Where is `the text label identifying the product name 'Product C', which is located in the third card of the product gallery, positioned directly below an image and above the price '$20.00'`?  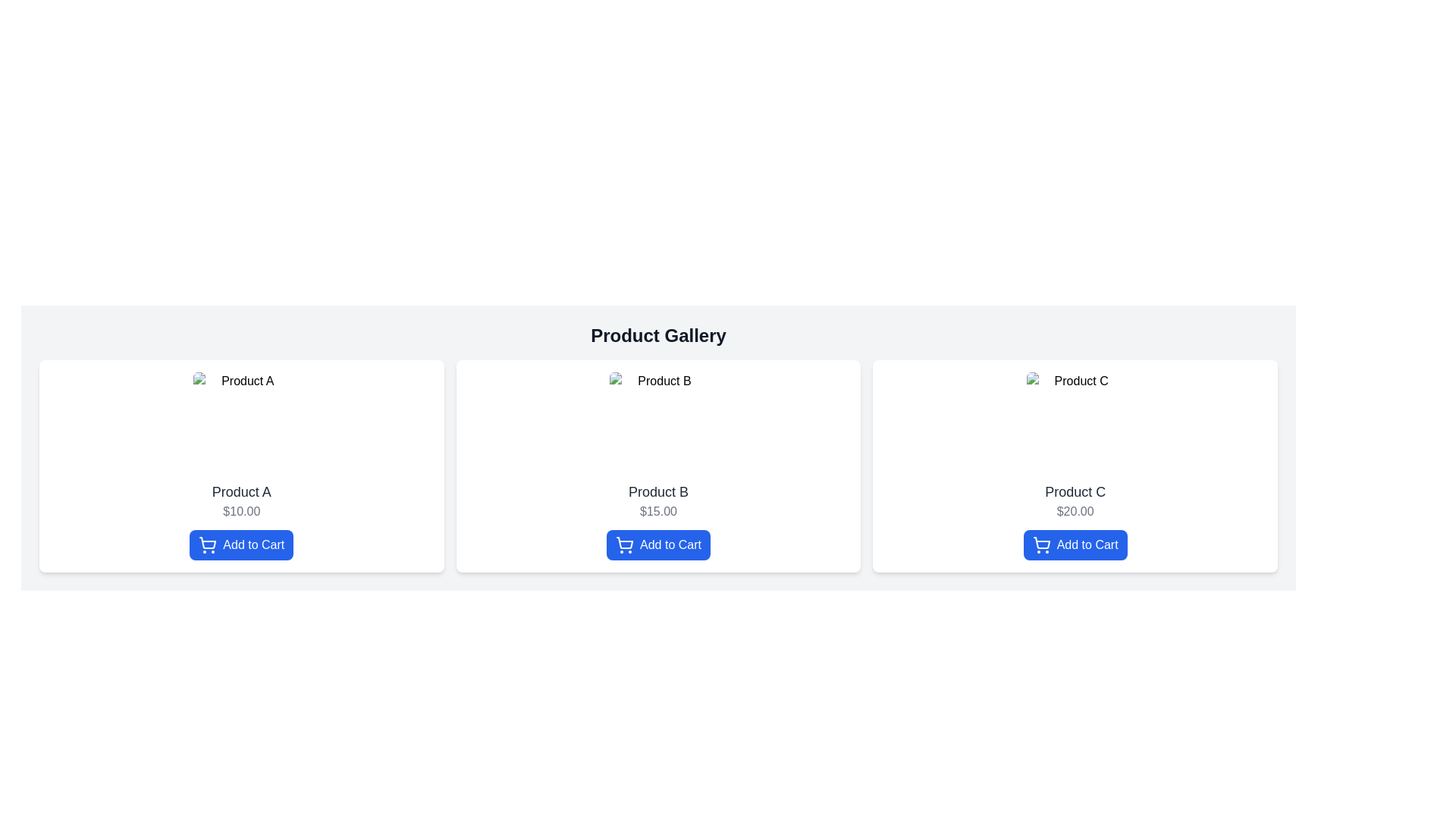 the text label identifying the product name 'Product C', which is located in the third card of the product gallery, positioned directly below an image and above the price '$20.00' is located at coordinates (1075, 491).